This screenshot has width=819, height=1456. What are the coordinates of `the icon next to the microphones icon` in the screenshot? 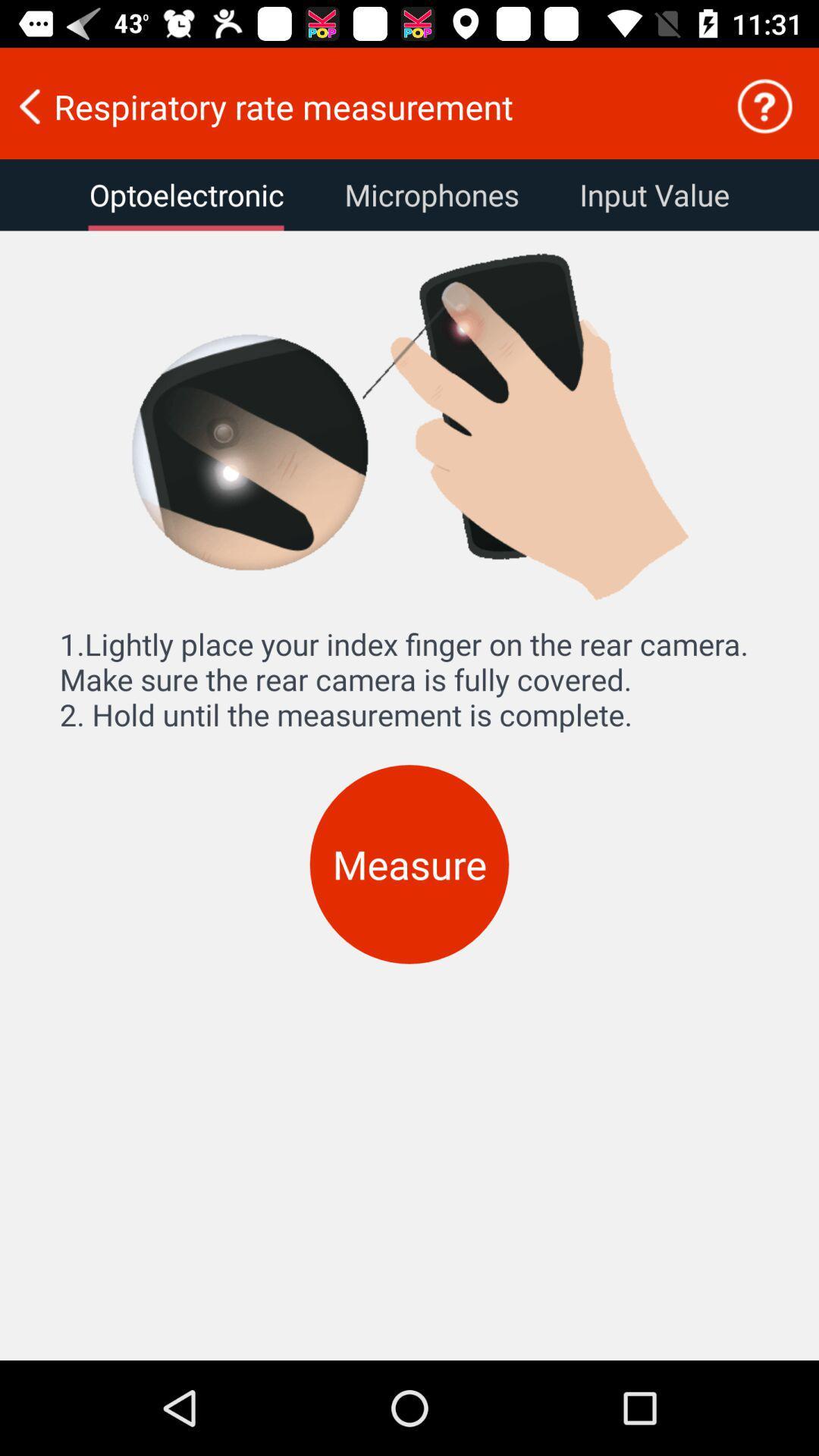 It's located at (186, 194).